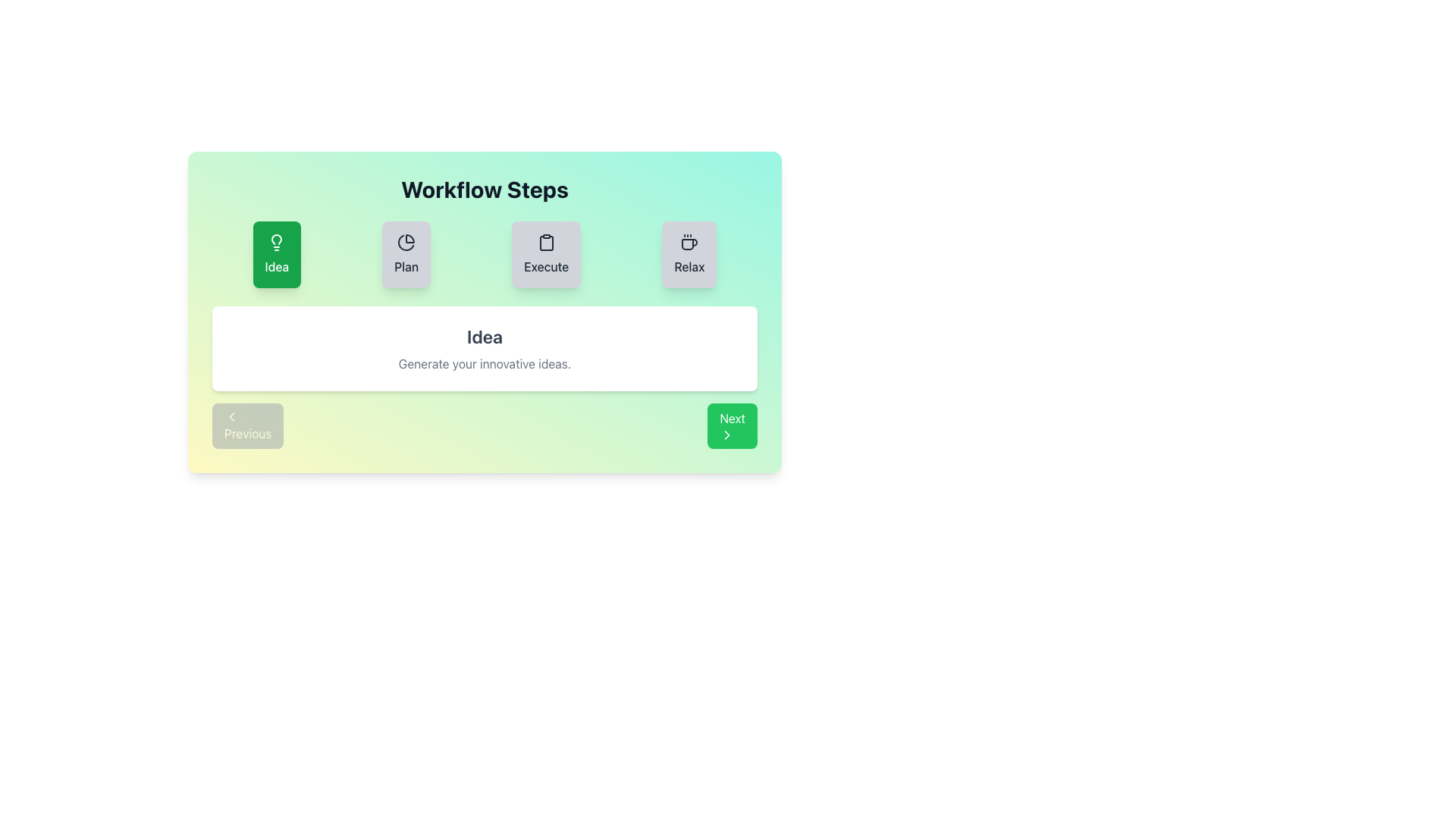 The height and width of the screenshot is (819, 1456). Describe the element at coordinates (484, 189) in the screenshot. I see `the text label that reads 'Workflow Steps', which is bold and large-sized, centered at the top of a card with a gradient background` at that location.